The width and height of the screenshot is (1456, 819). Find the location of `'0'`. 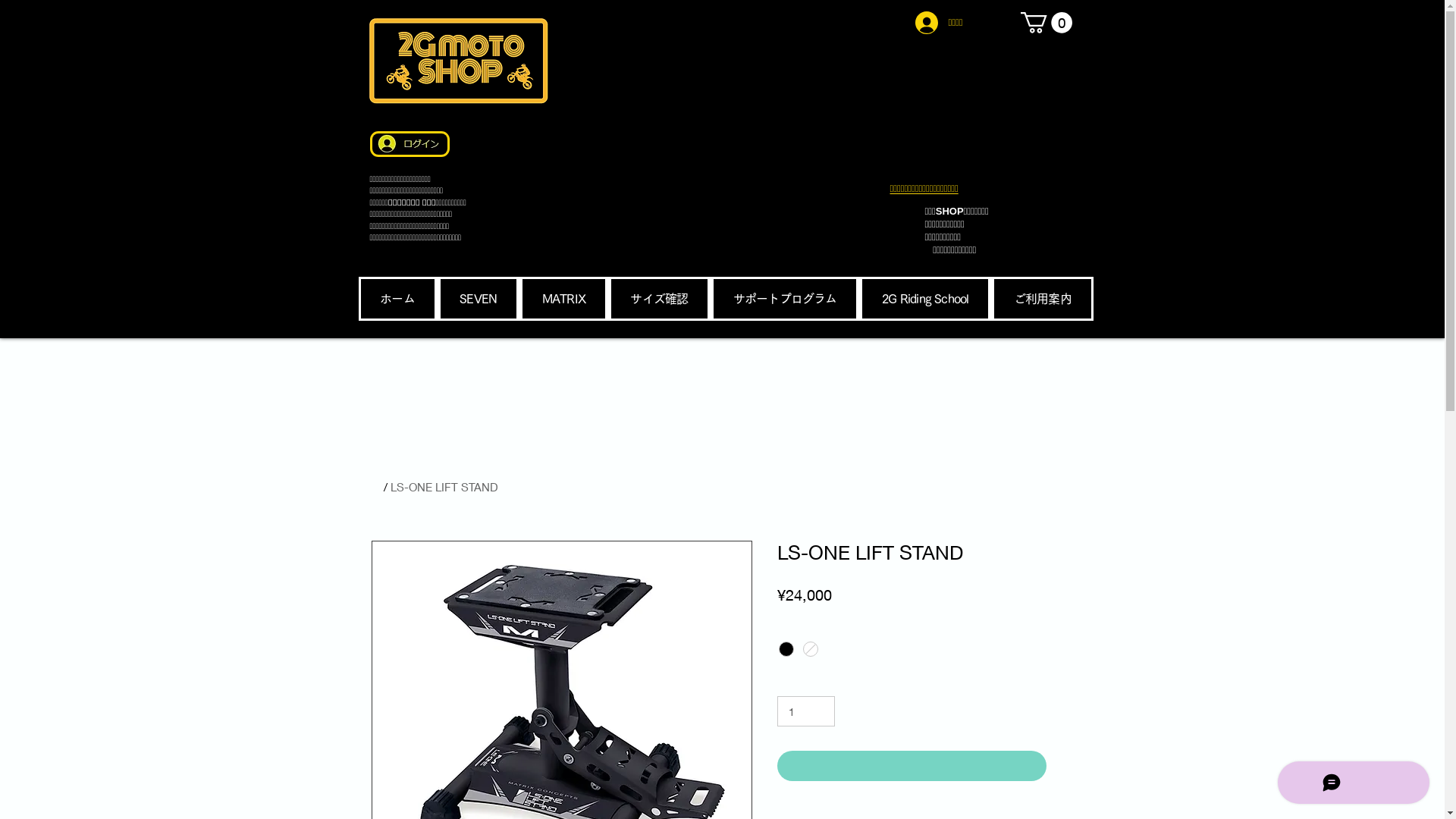

'0' is located at coordinates (1046, 23).